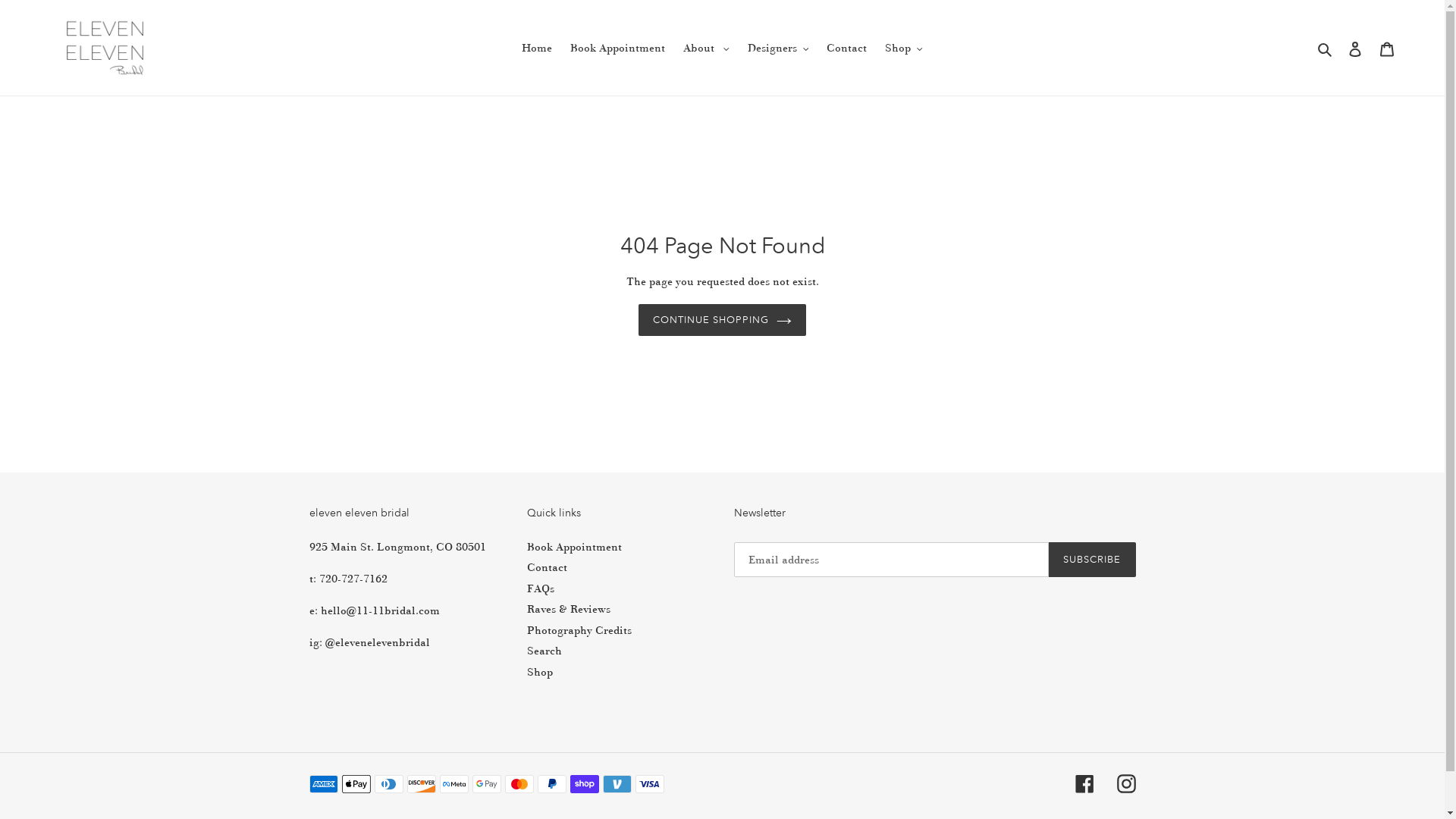 Image resolution: width=1456 pixels, height=819 pixels. I want to click on 'Contact', so click(546, 567).